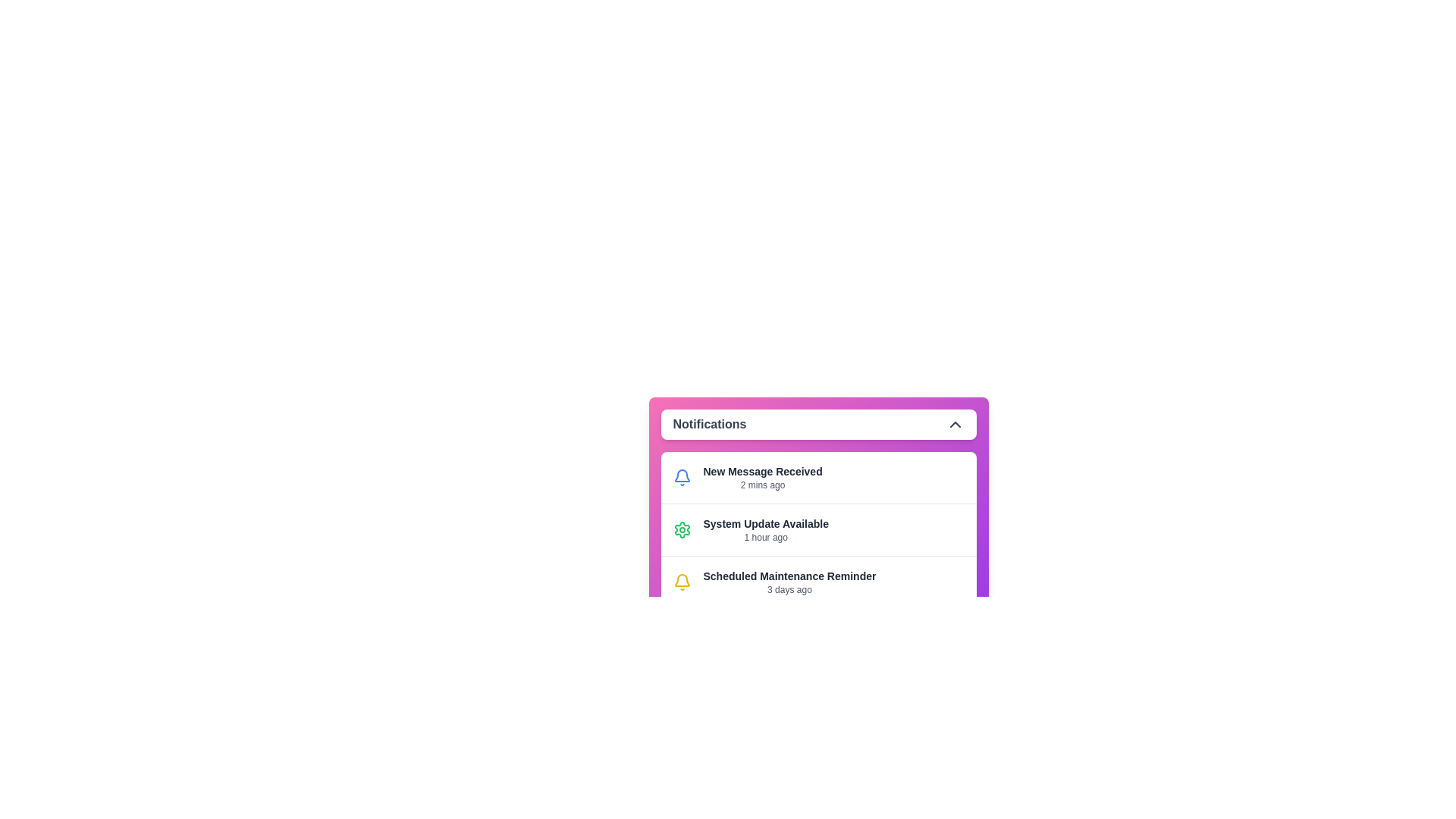 This screenshot has height=819, width=1456. Describe the element at coordinates (763, 485) in the screenshot. I see `timestamp displayed as '2 mins ago' in a small gray text format, positioned below the 'New Message Received' heading` at that location.